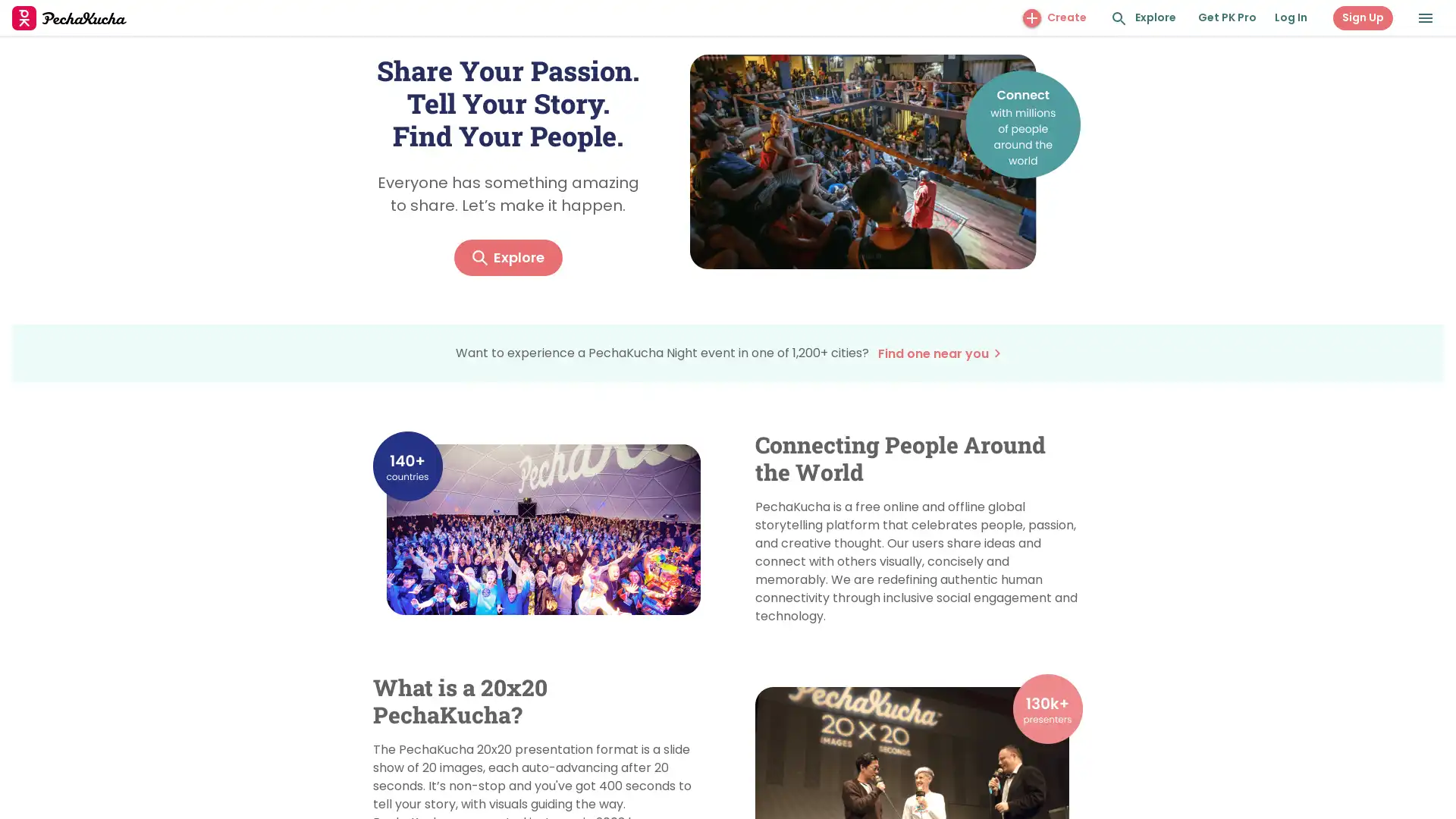 The image size is (1456, 819). Describe the element at coordinates (507, 256) in the screenshot. I see `Explore` at that location.